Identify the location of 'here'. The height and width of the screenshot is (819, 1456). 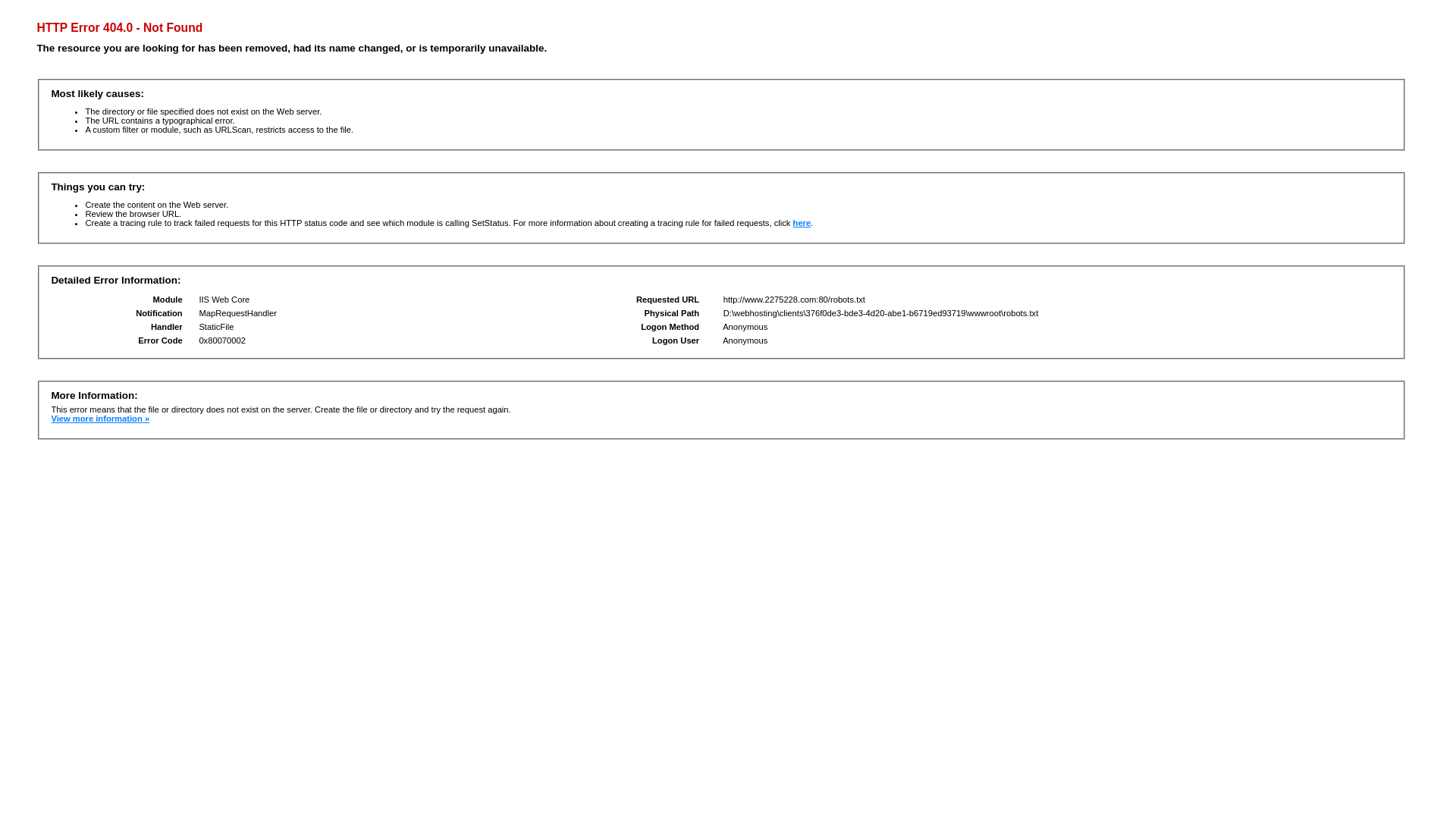
(792, 222).